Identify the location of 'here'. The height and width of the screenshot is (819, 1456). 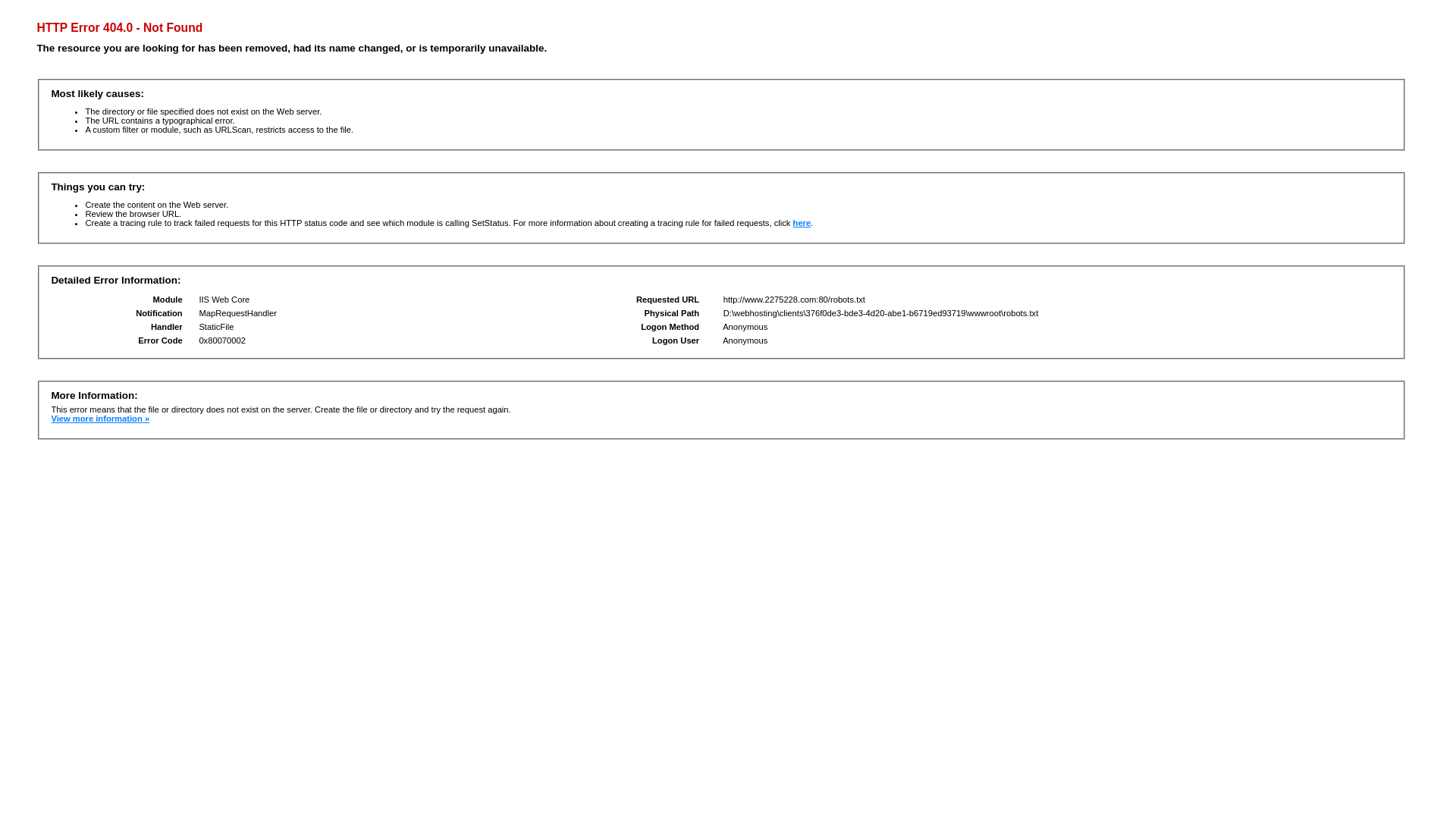
(792, 222).